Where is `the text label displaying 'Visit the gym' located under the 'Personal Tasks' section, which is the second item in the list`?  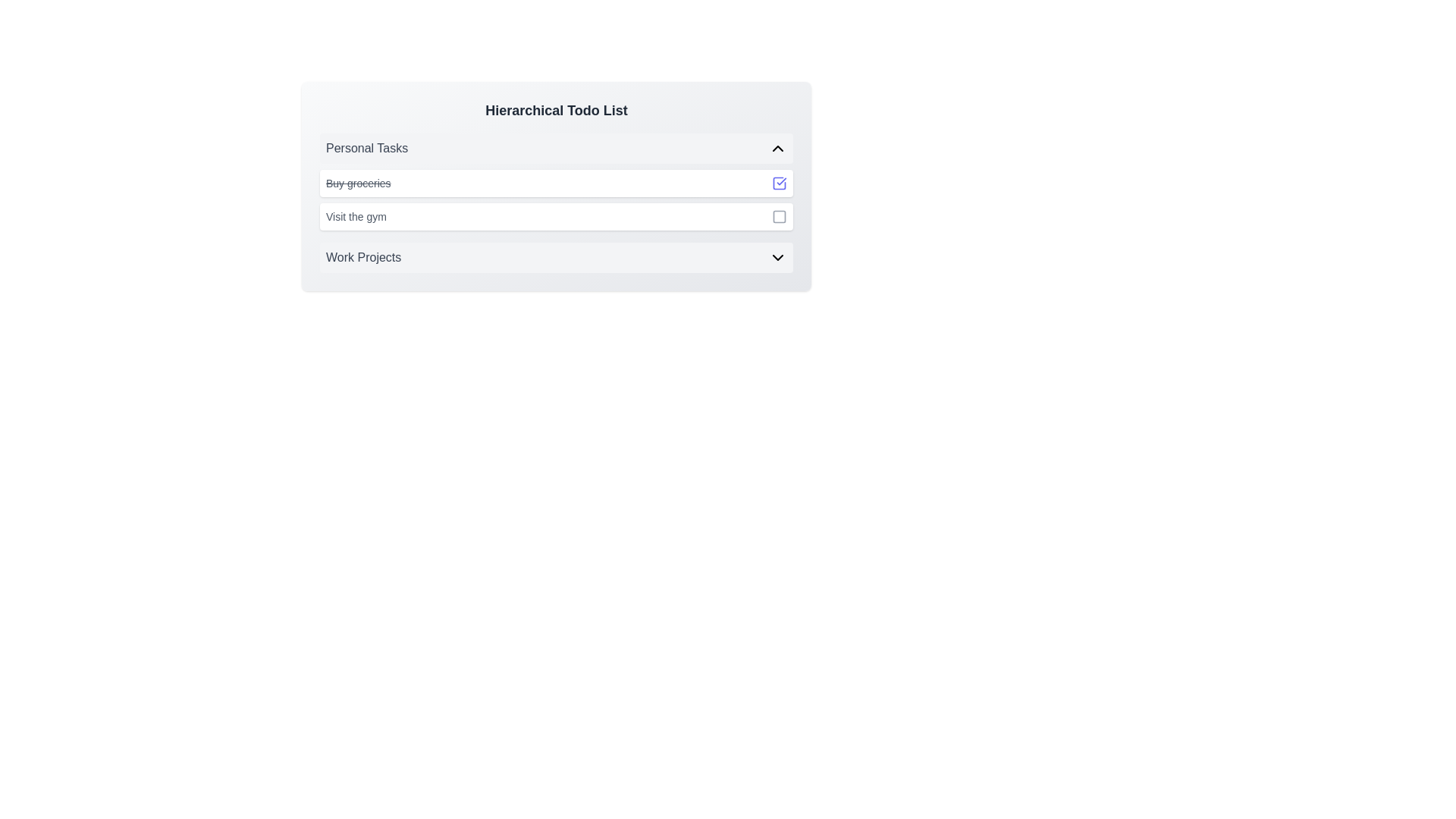
the text label displaying 'Visit the gym' located under the 'Personal Tasks' section, which is the second item in the list is located at coordinates (356, 216).